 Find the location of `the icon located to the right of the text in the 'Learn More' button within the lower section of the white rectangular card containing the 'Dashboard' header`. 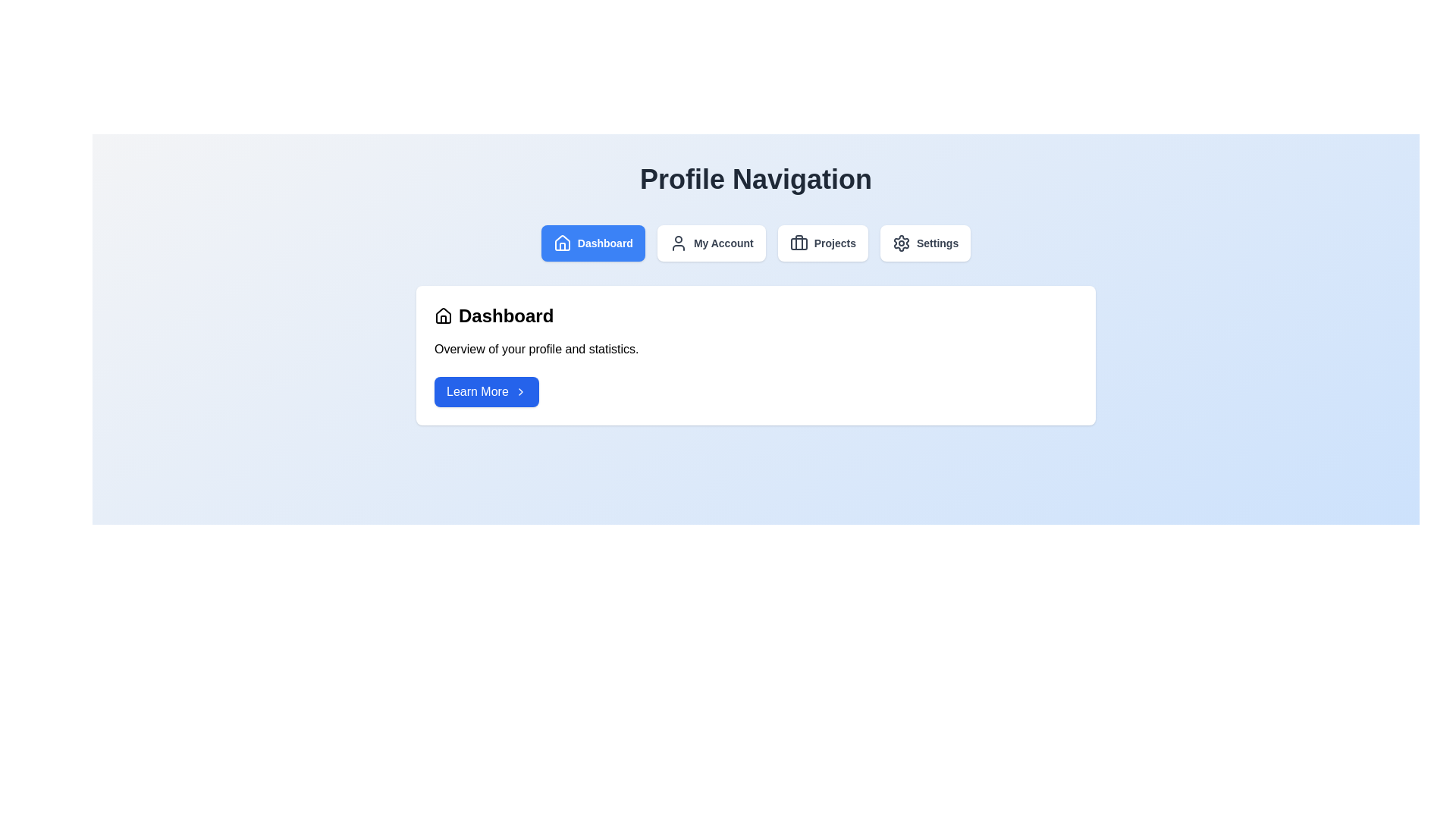

the icon located to the right of the text in the 'Learn More' button within the lower section of the white rectangular card containing the 'Dashboard' header is located at coordinates (520, 391).